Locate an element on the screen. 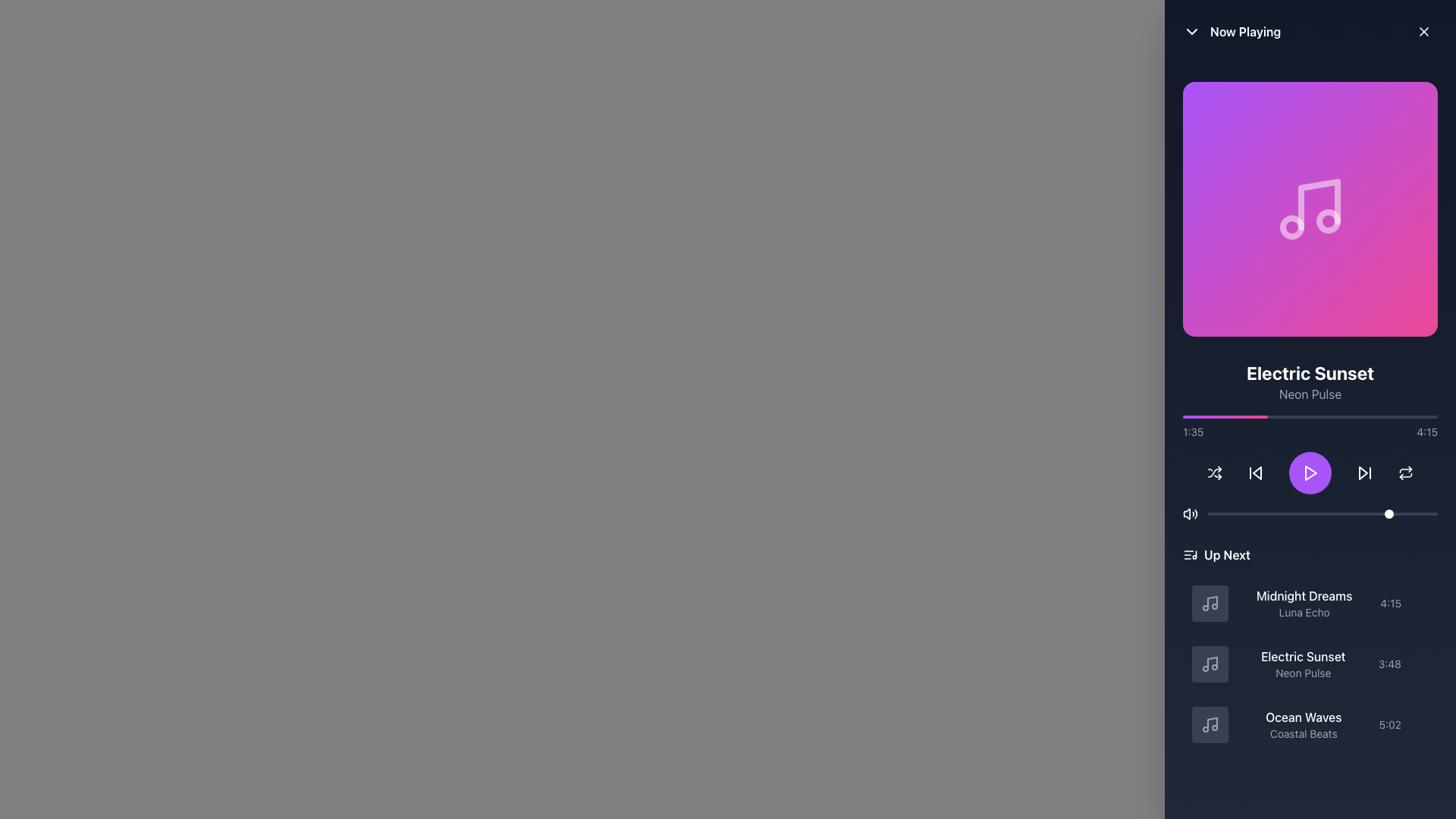 This screenshot has height=819, width=1456. the Icon element representing the song entry 'Midnight Dreams' by 'Luna Echo' with a duration of '4:15' is located at coordinates (1210, 602).